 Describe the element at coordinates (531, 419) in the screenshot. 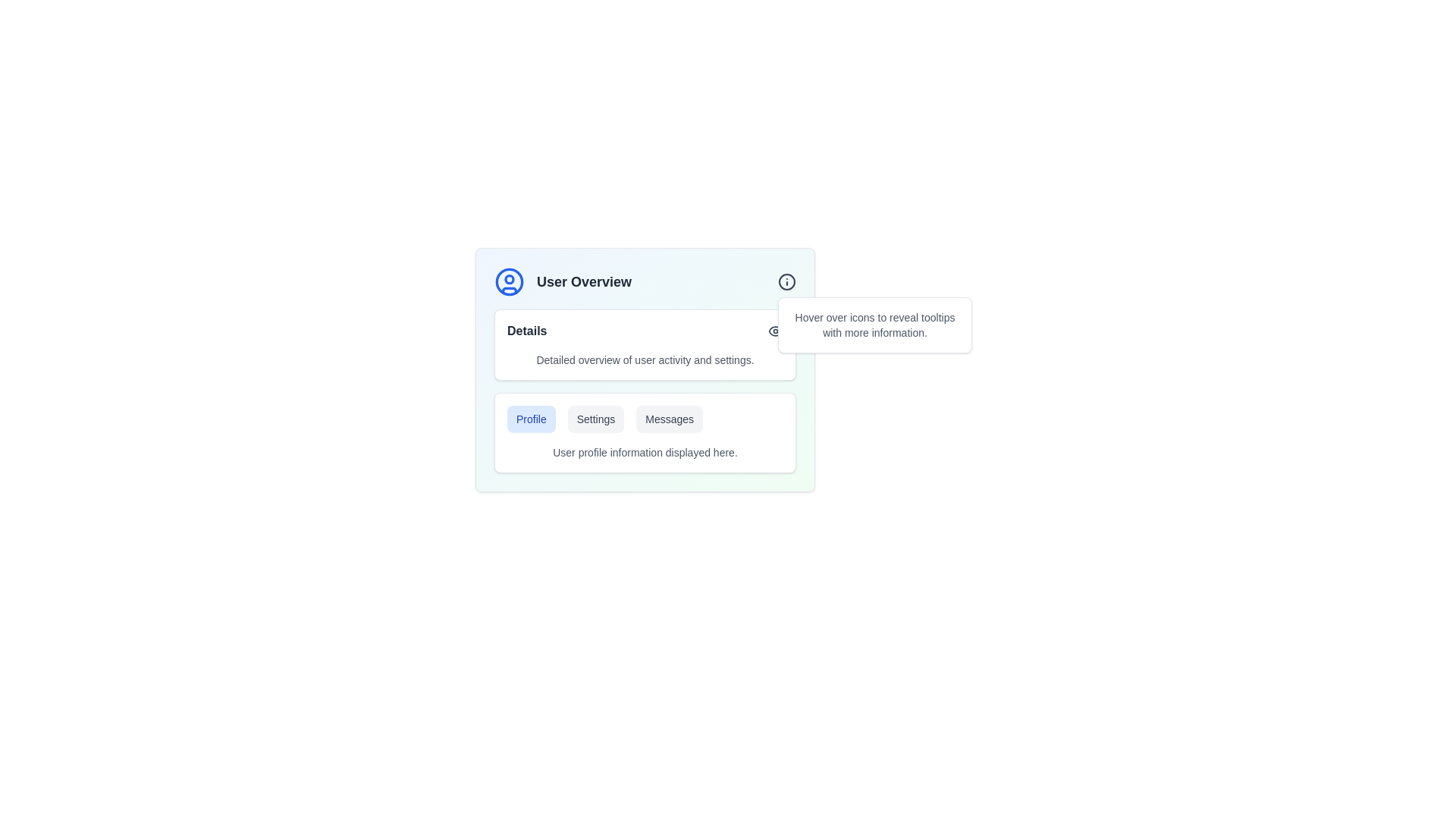

I see `the 'Profile' button, which is styled with rounded corners, a blue background, and blue text, positioned on the leftmost side of three buttons` at that location.